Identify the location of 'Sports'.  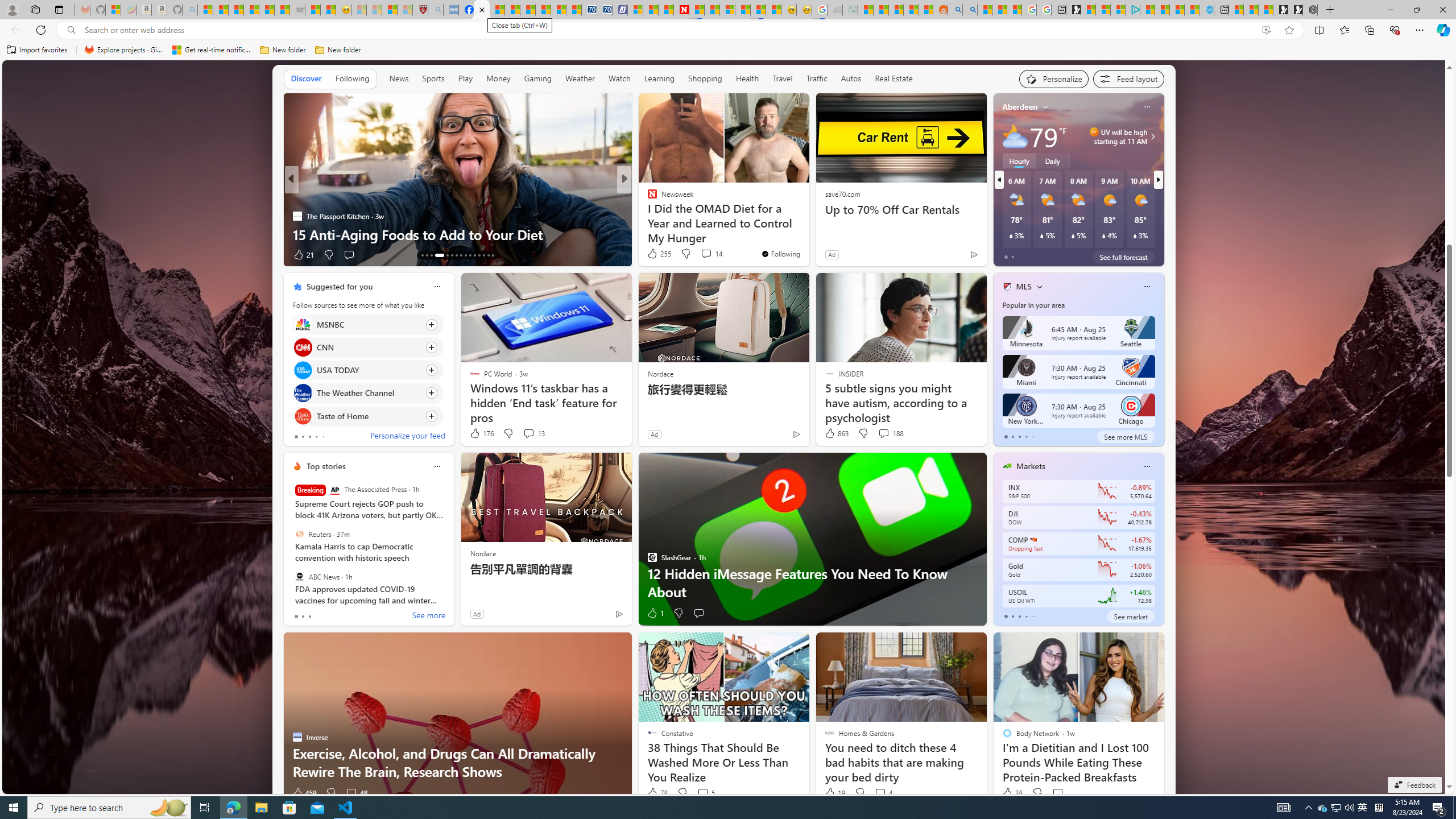
(433, 78).